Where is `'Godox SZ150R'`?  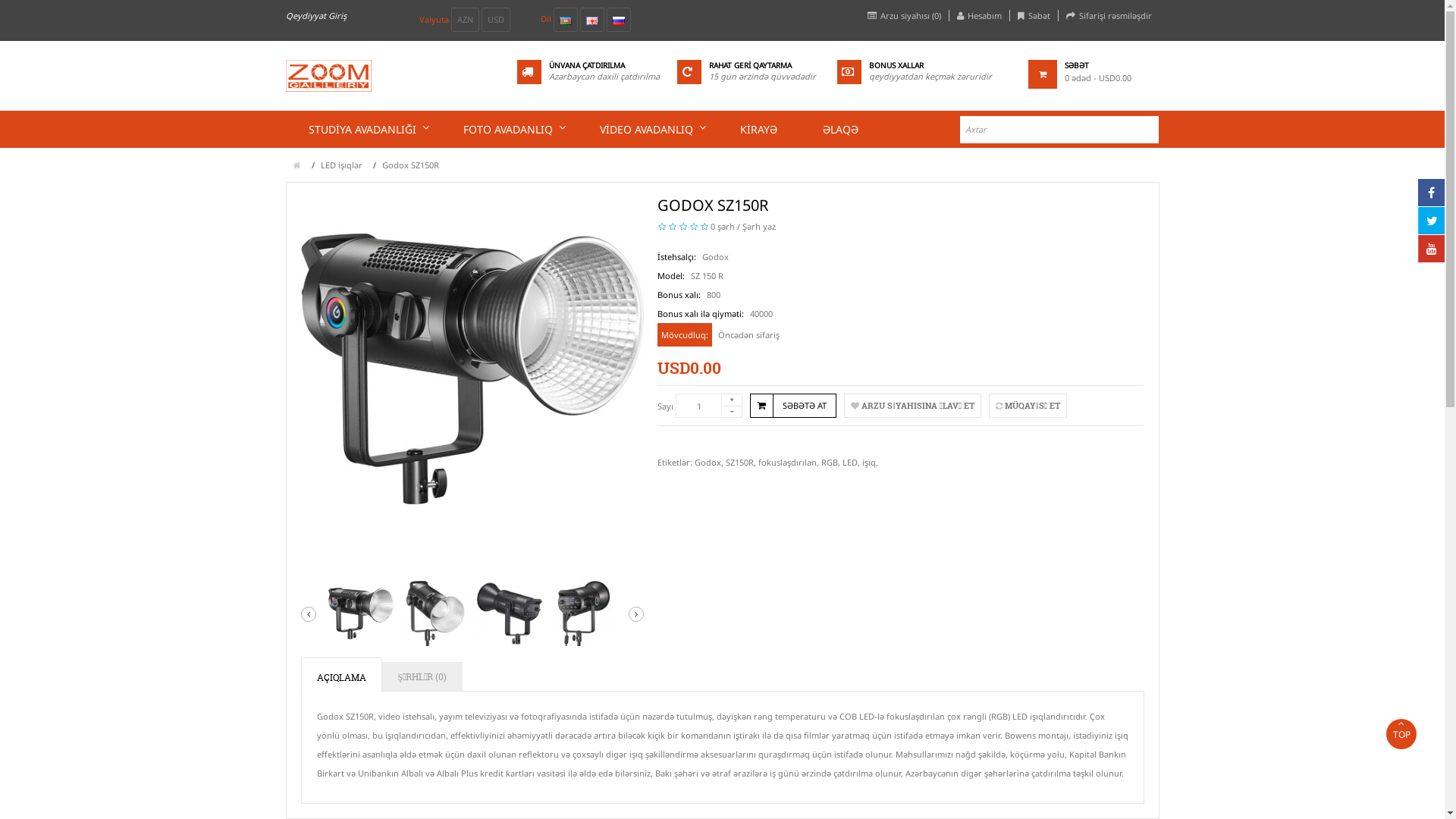 'Godox SZ150R' is located at coordinates (359, 613).